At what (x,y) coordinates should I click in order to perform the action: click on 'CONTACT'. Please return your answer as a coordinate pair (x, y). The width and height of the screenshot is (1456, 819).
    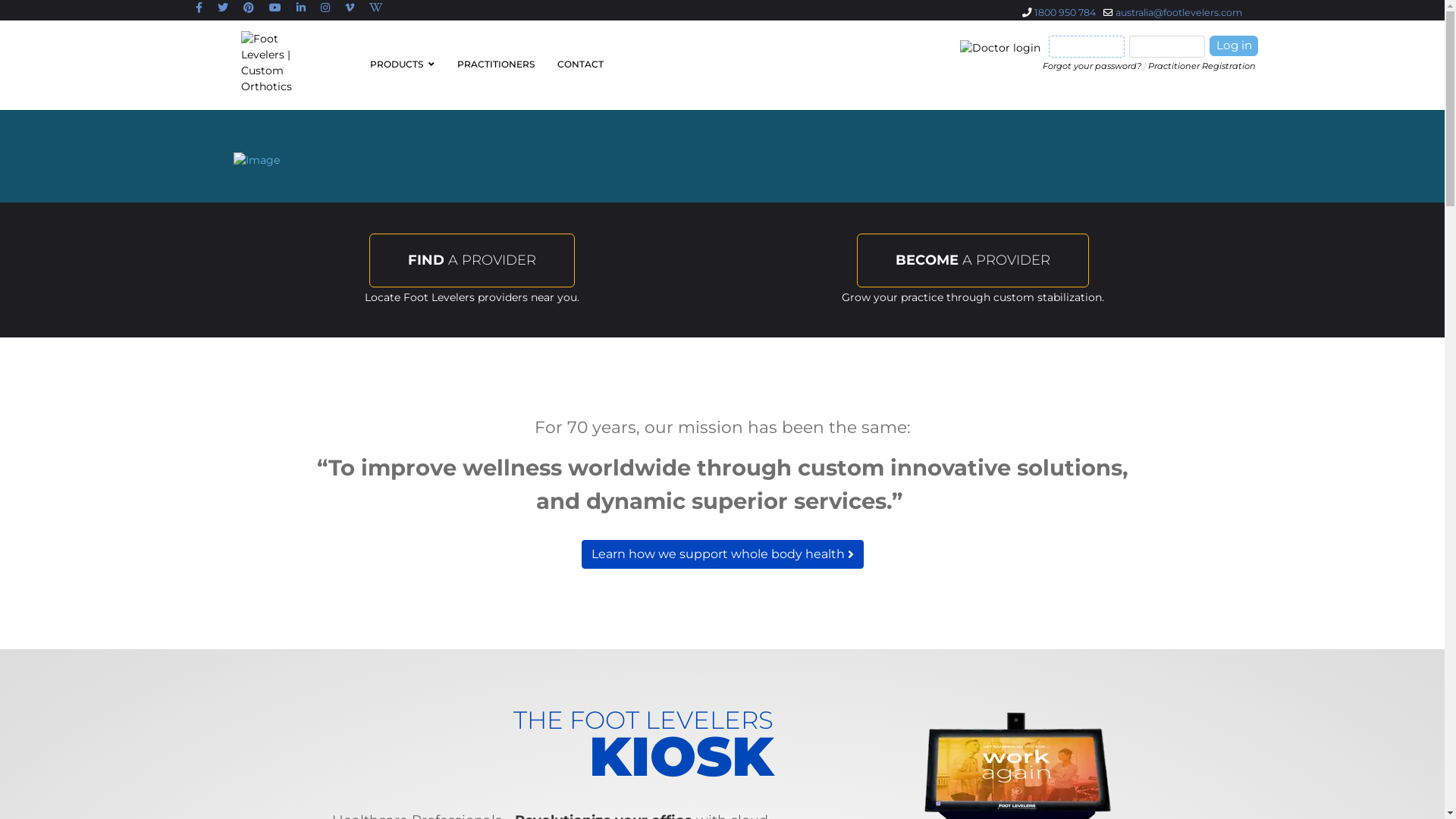
    Looking at the image, I should click on (574, 63).